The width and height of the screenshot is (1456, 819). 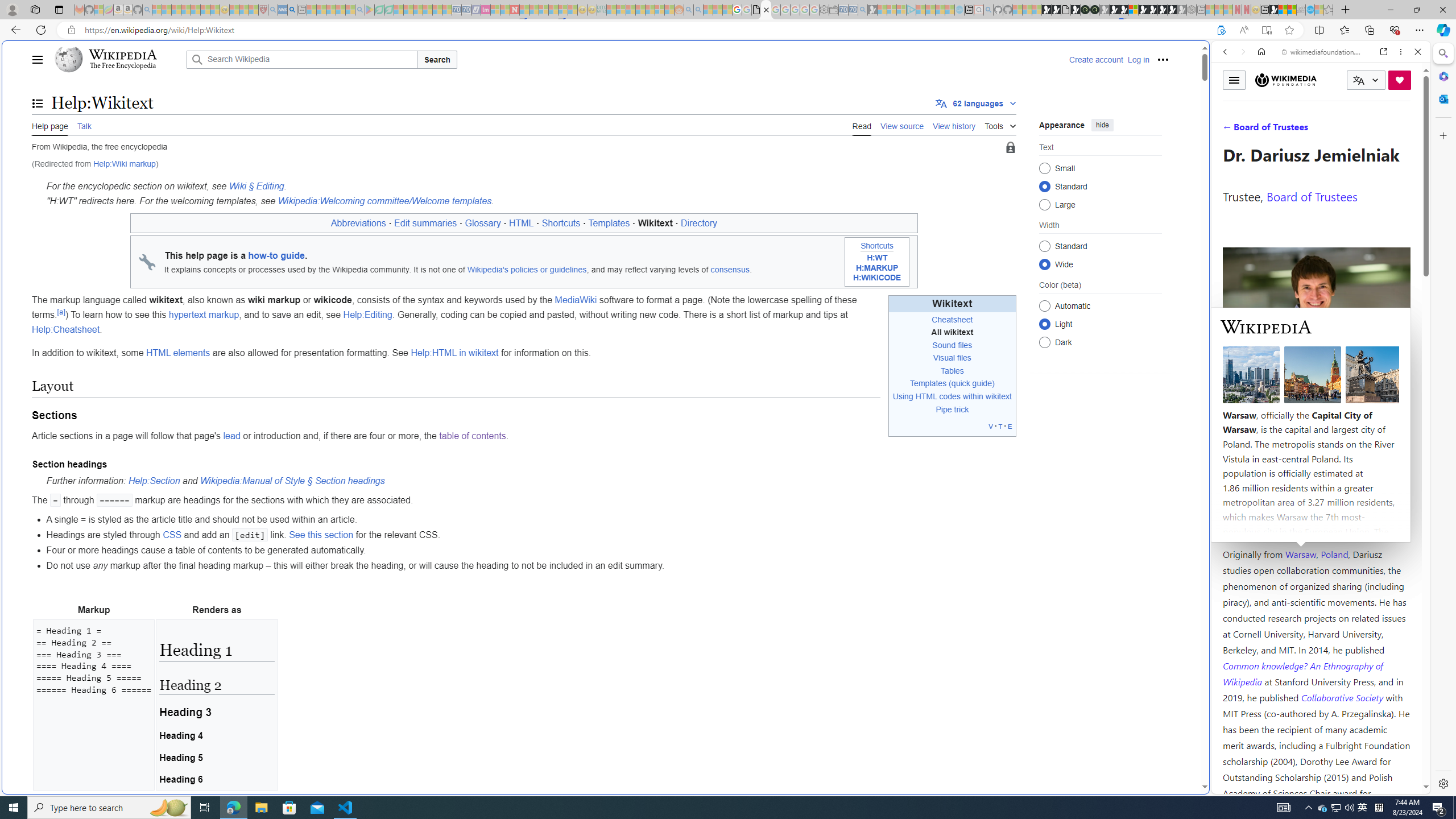 I want to click on 'Profile on Meta-Wiki', so click(x=1273, y=405).